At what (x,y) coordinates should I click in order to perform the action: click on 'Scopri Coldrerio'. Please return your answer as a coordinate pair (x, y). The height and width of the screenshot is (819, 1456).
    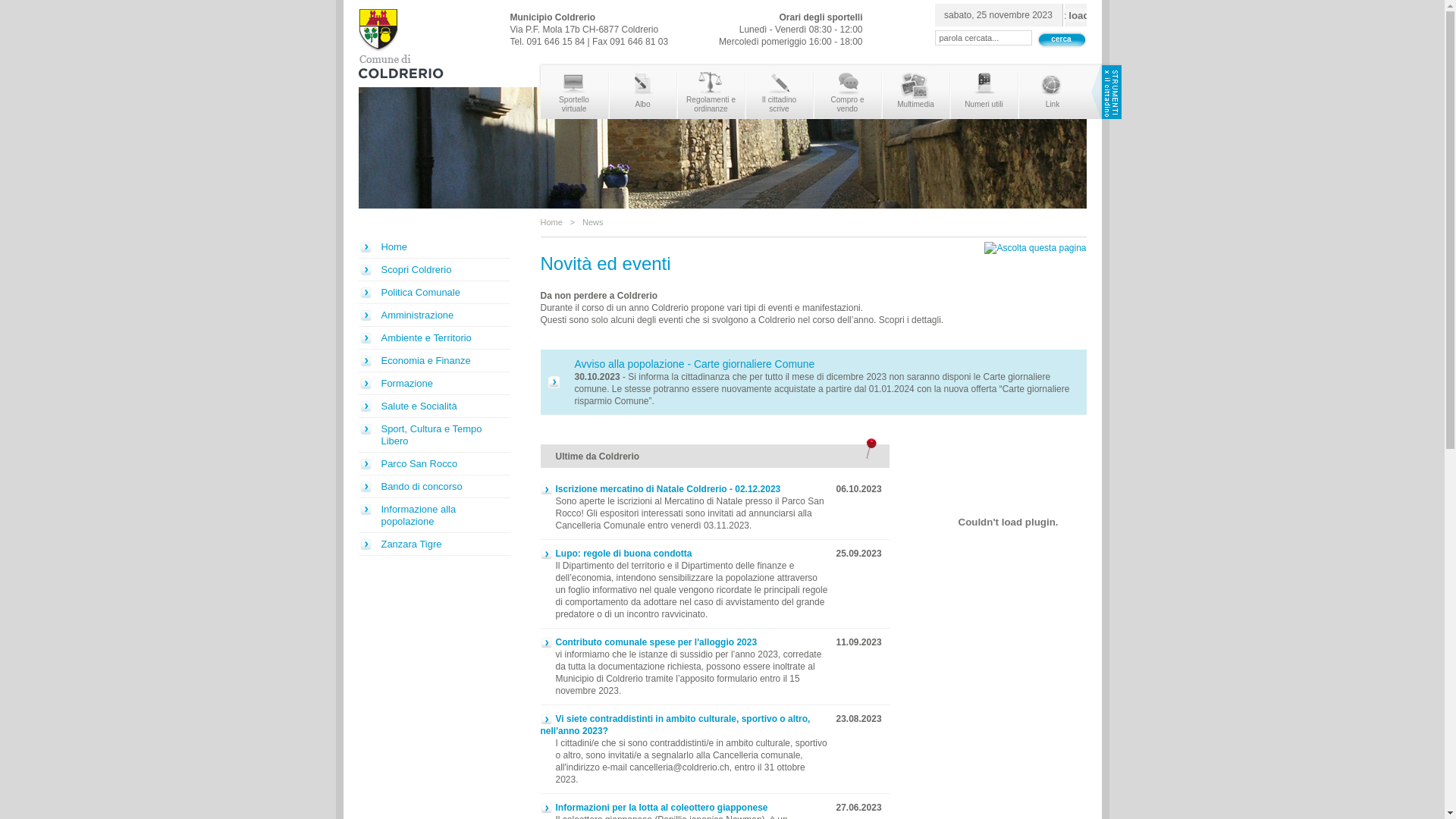
    Looking at the image, I should click on (432, 268).